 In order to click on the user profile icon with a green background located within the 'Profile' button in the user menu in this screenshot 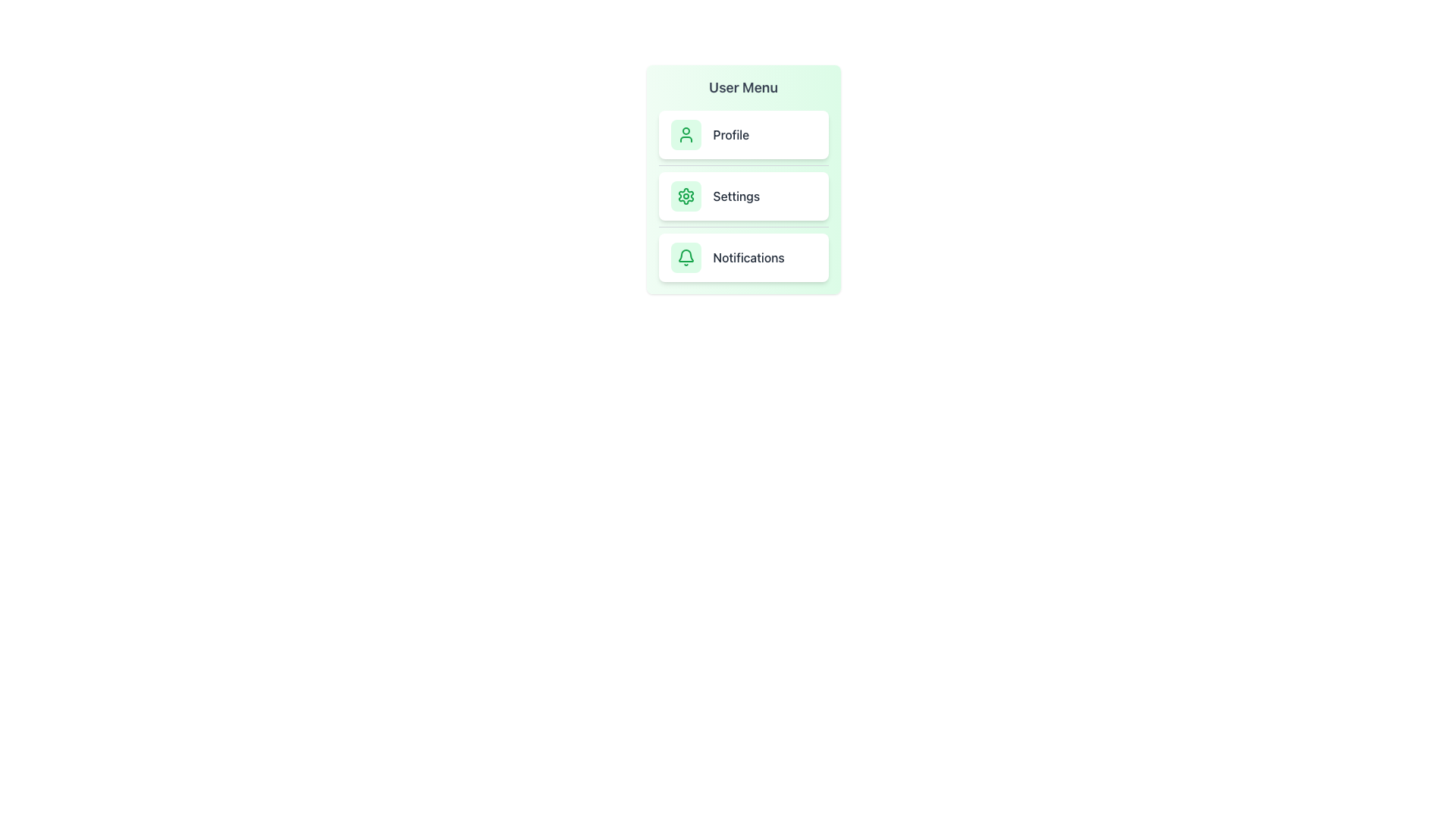, I will do `click(685, 133)`.